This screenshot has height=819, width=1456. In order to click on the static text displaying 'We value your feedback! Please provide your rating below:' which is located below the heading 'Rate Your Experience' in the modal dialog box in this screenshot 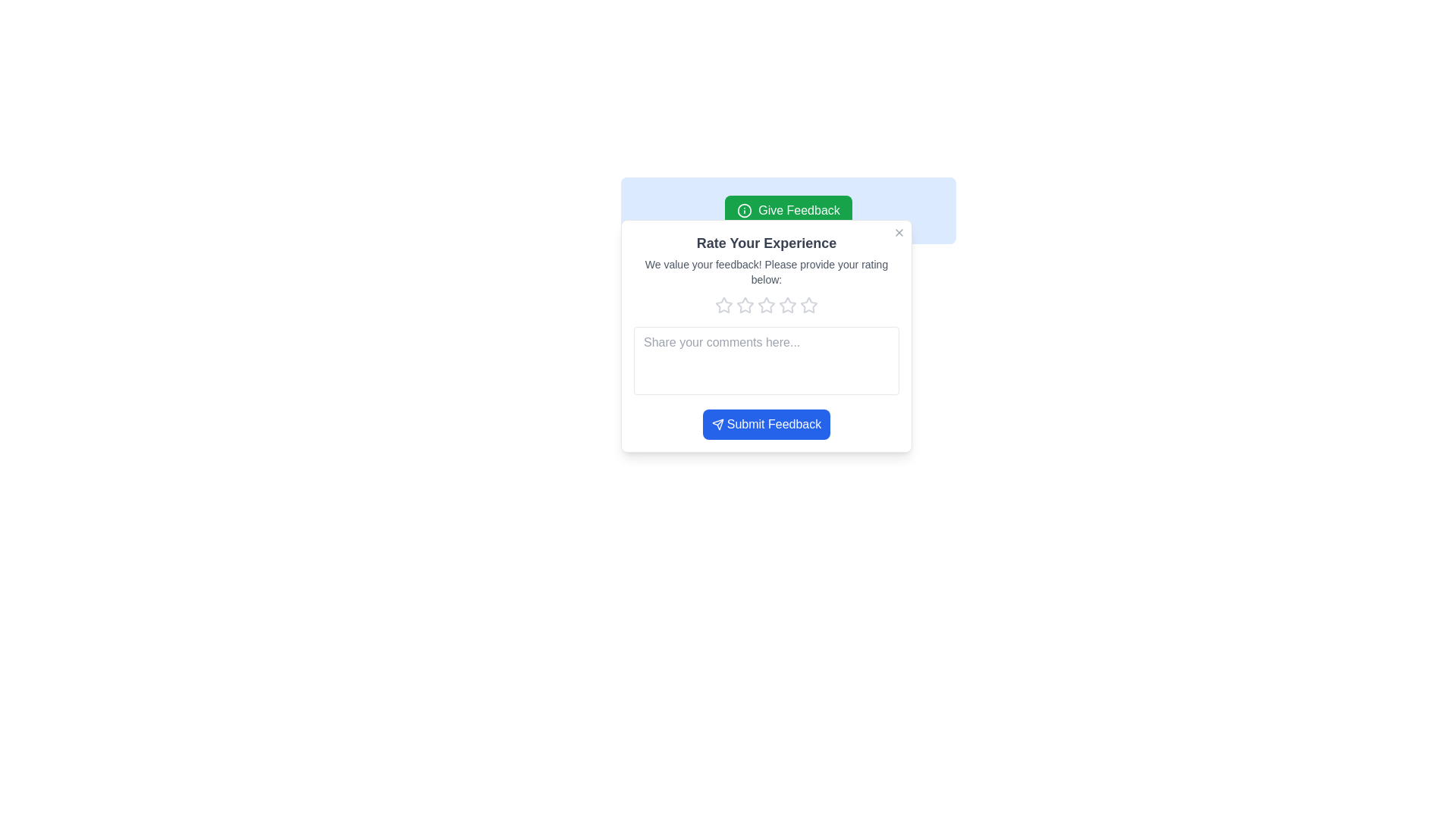, I will do `click(767, 271)`.